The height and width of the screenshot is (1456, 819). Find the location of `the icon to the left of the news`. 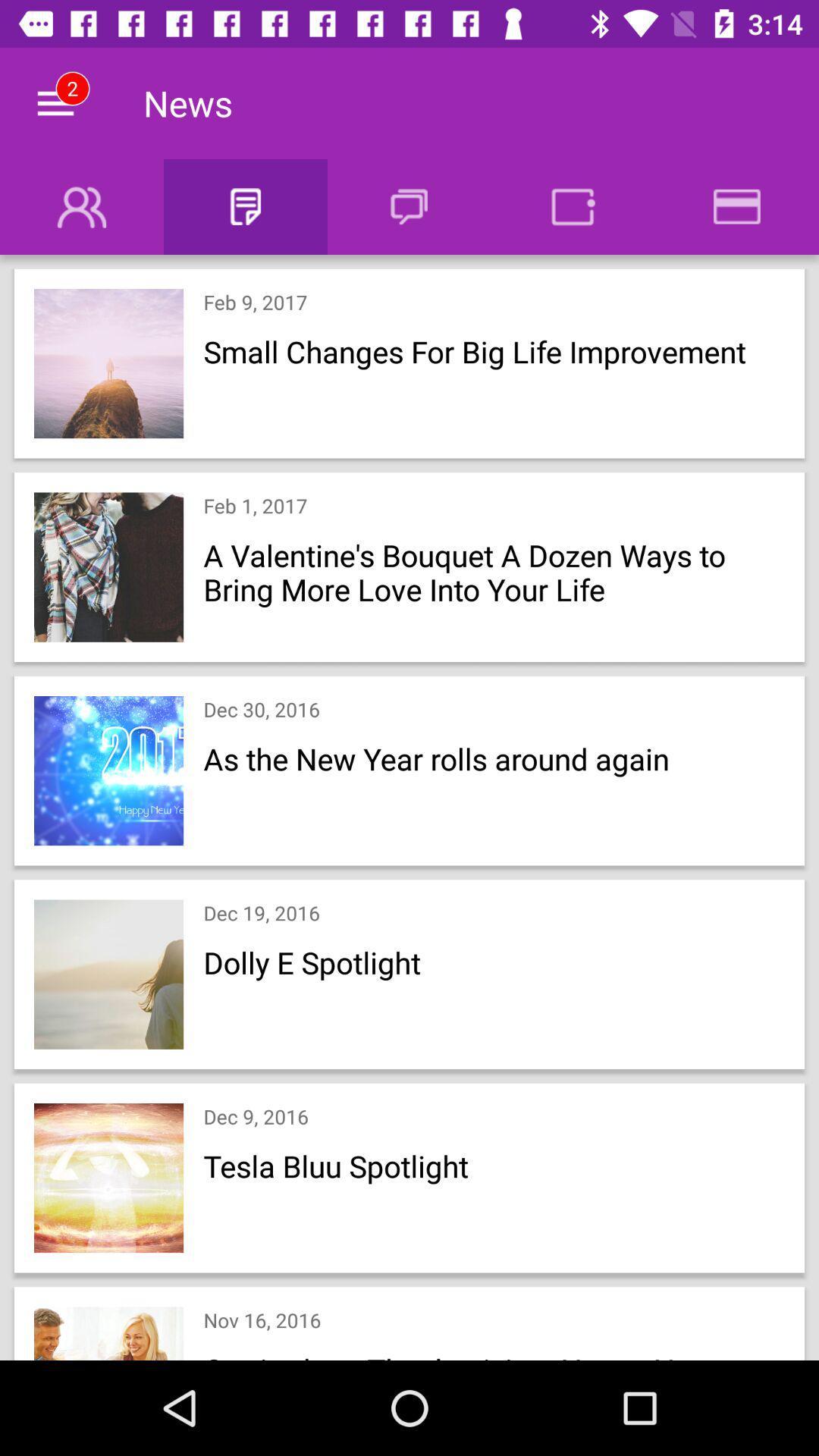

the icon to the left of the news is located at coordinates (55, 102).